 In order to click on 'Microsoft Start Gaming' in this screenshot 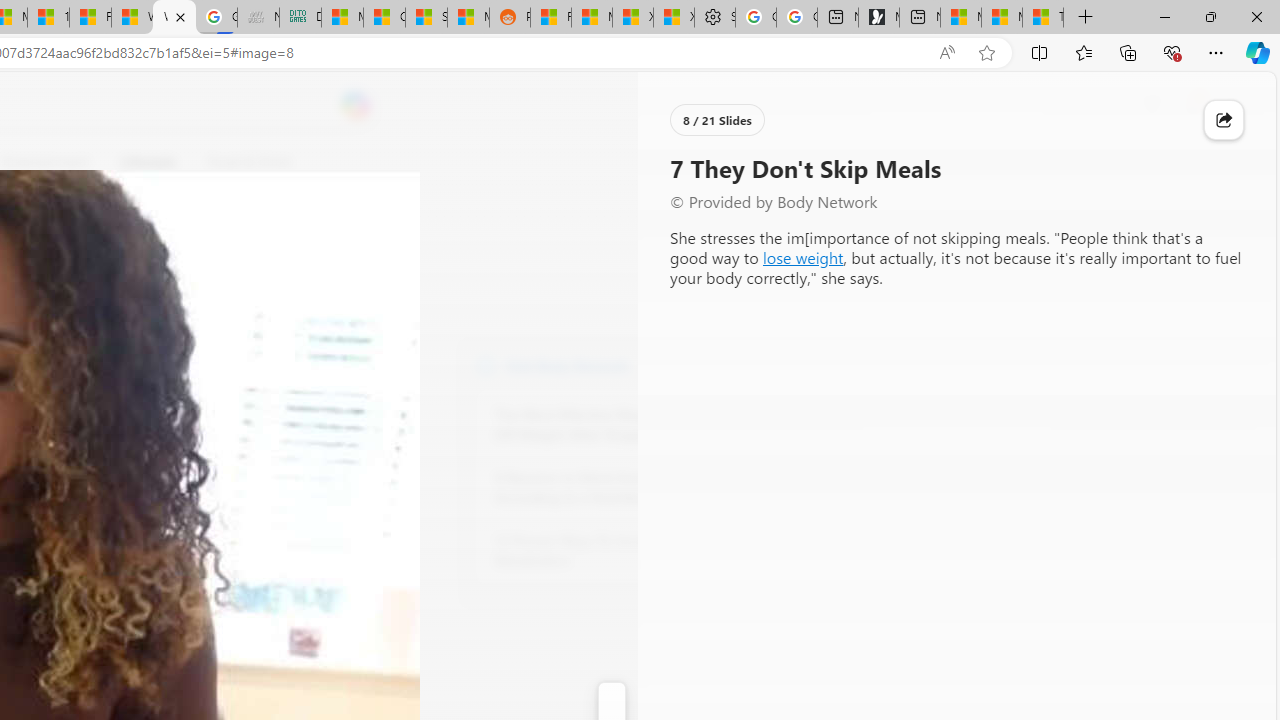, I will do `click(878, 17)`.